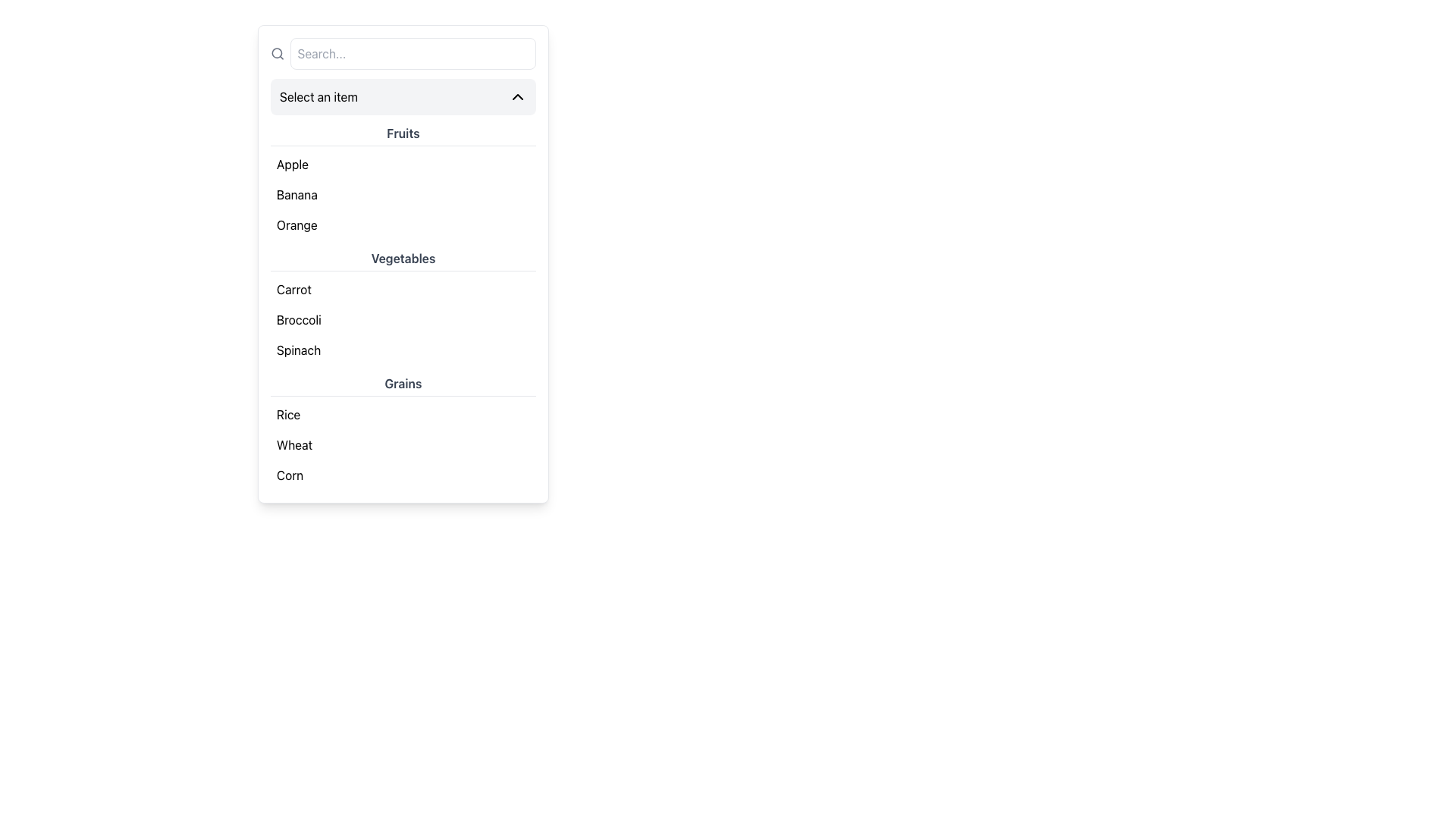 This screenshot has width=1456, height=819. I want to click on the 'Corn' option, which is the third item under the 'Grains' category in the list, so click(403, 475).